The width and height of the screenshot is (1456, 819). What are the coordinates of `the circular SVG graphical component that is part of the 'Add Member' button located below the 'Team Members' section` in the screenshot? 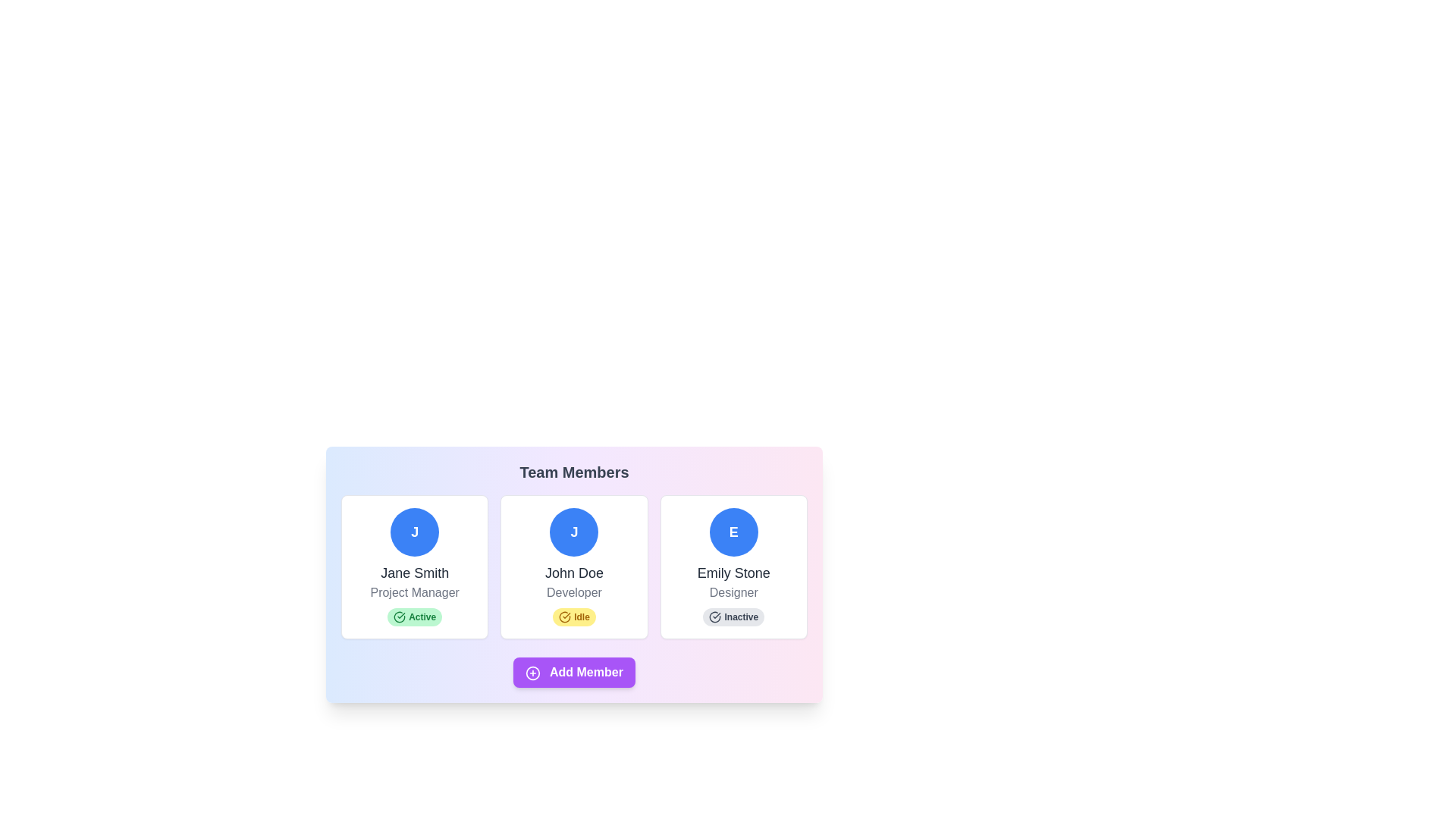 It's located at (533, 672).